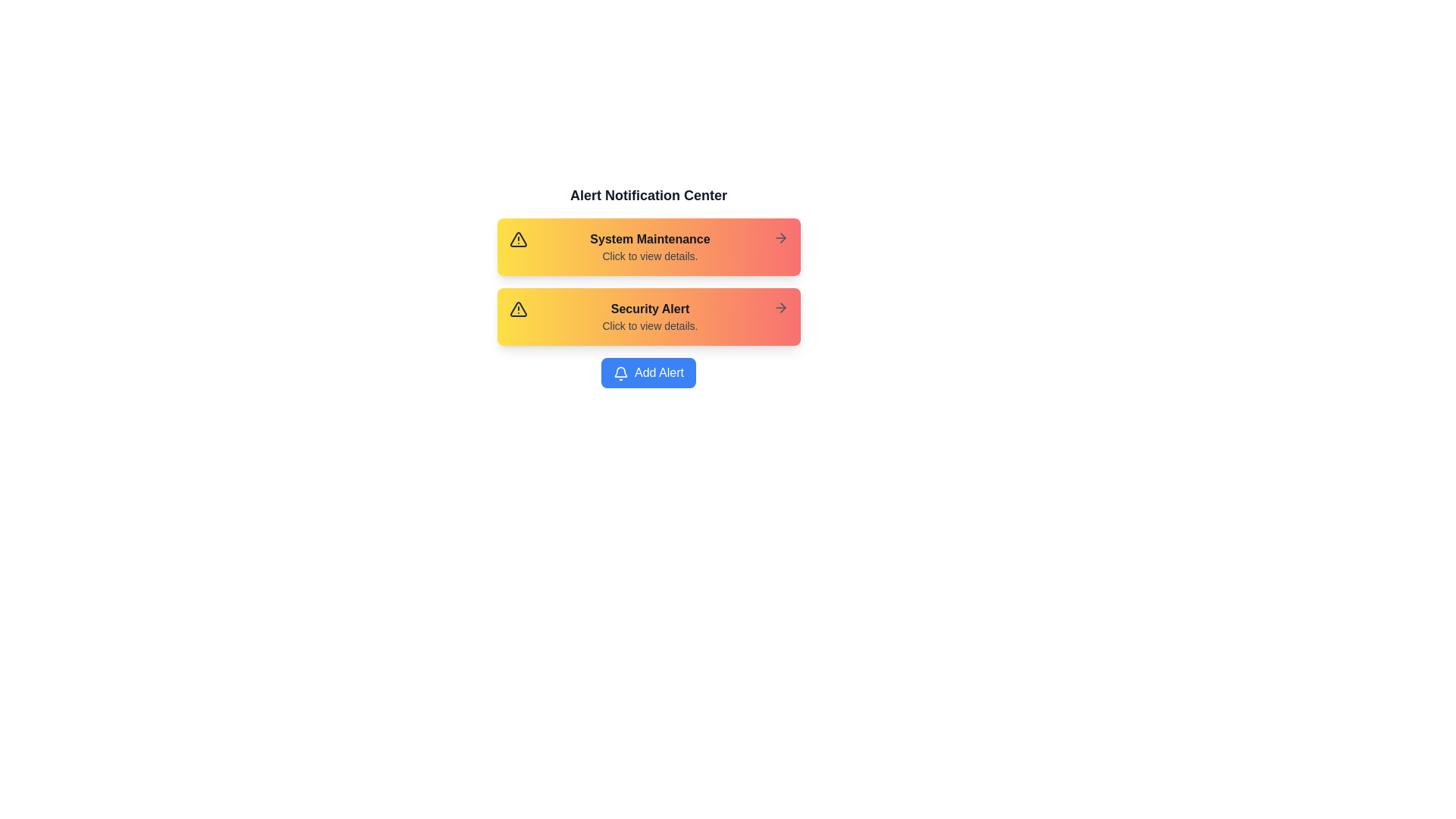  What do you see at coordinates (648, 373) in the screenshot?
I see `the 'Add Alert' button to add a new alert` at bounding box center [648, 373].